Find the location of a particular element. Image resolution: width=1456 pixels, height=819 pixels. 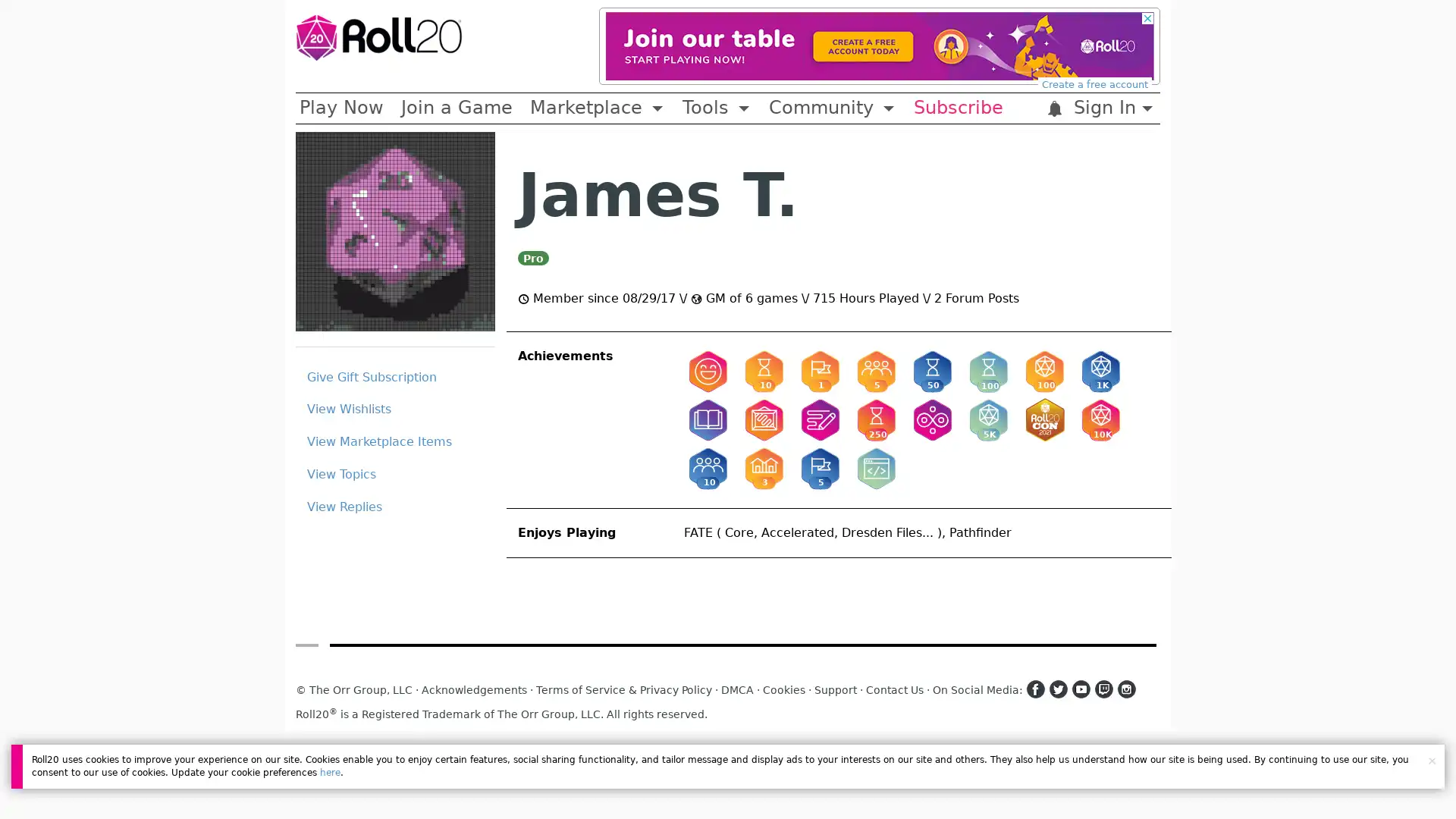

: is located at coordinates (1054, 107).